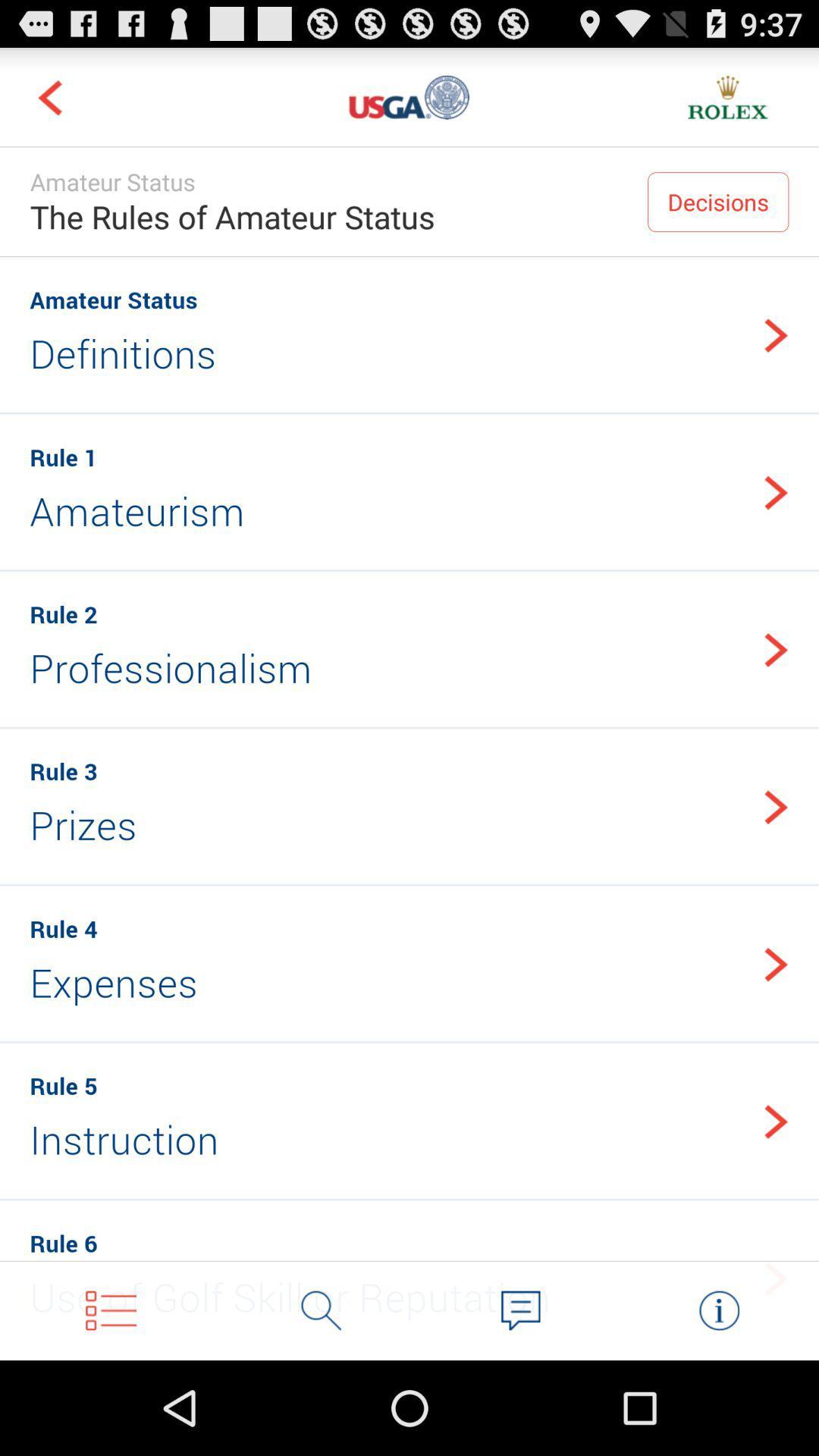  I want to click on search functionality, so click(321, 1310).